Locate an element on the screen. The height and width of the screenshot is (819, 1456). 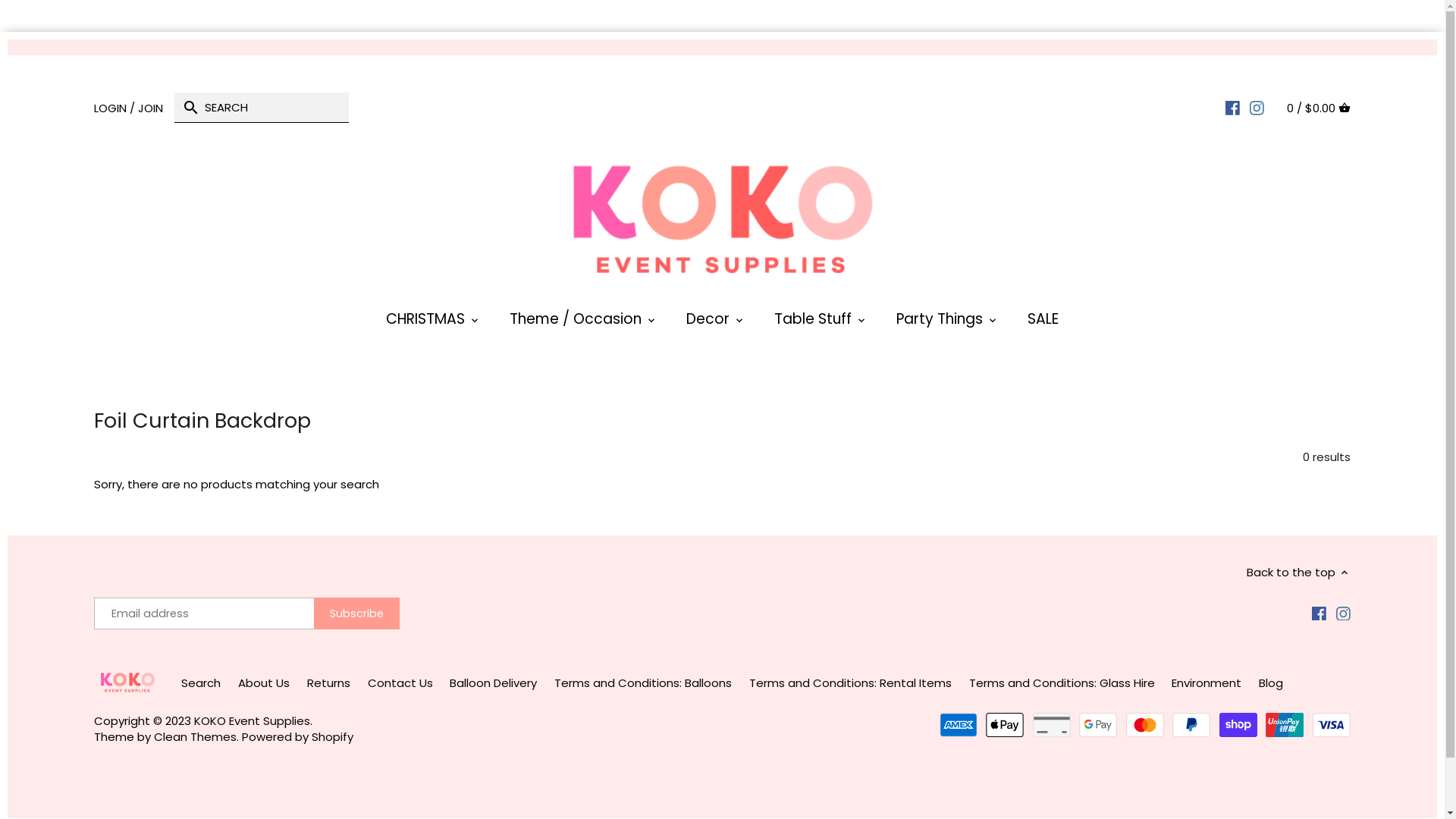
'About Us' is located at coordinates (263, 682).